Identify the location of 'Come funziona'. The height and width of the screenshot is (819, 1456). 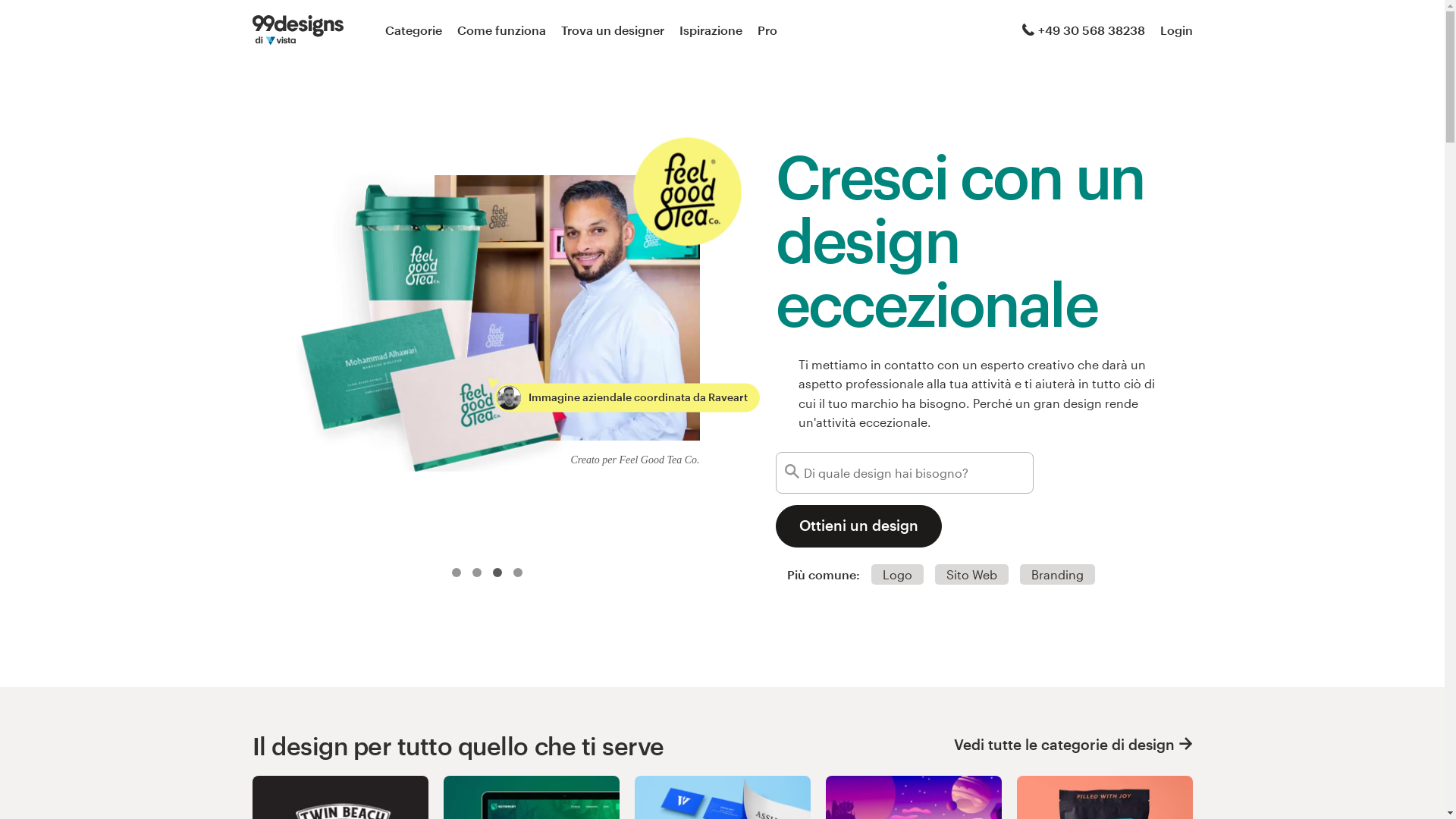
(500, 30).